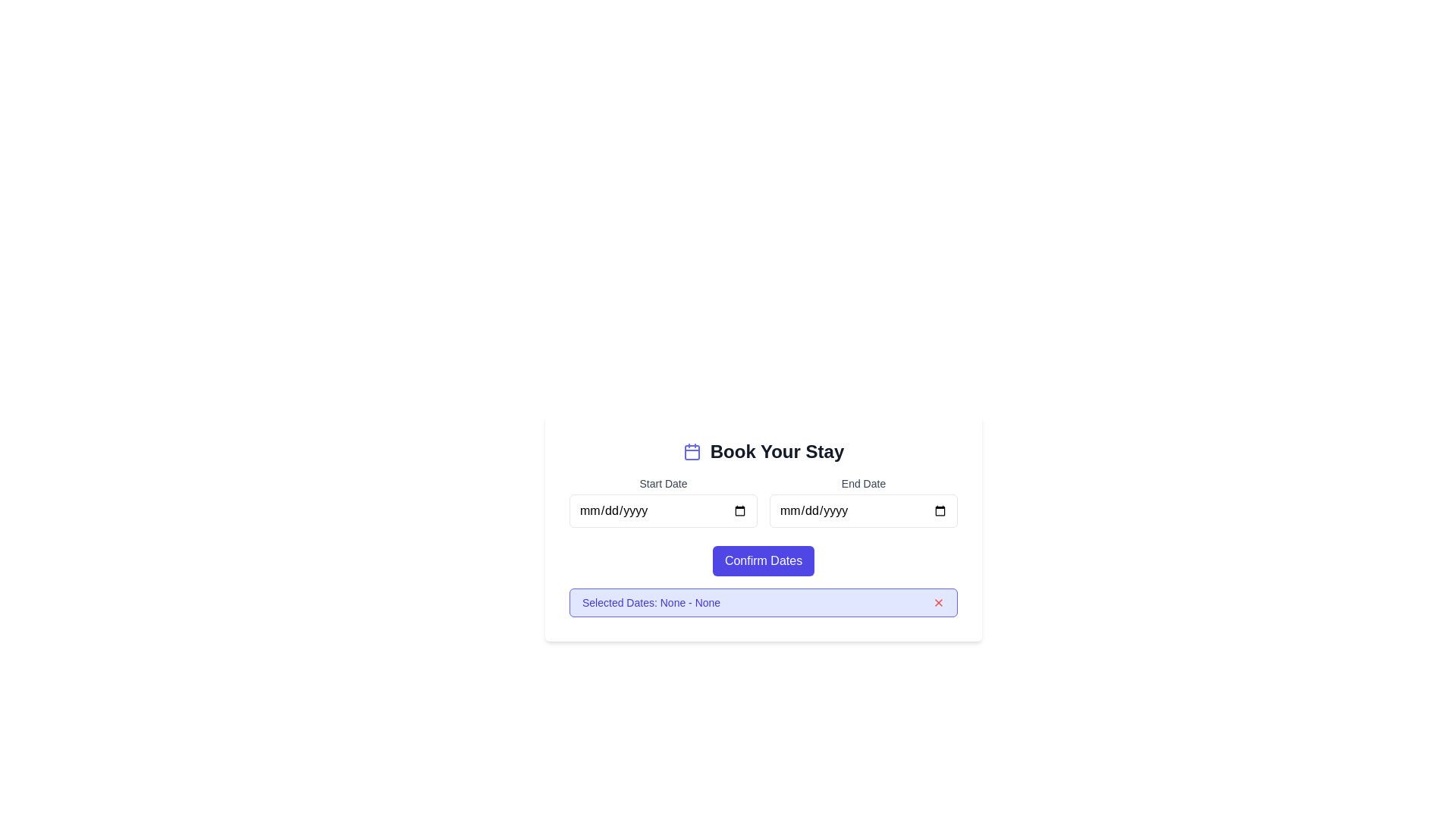  I want to click on the 'End Date' text label, which is styled in light gray and positioned above its corresponding date input field in the form layout, so click(863, 483).